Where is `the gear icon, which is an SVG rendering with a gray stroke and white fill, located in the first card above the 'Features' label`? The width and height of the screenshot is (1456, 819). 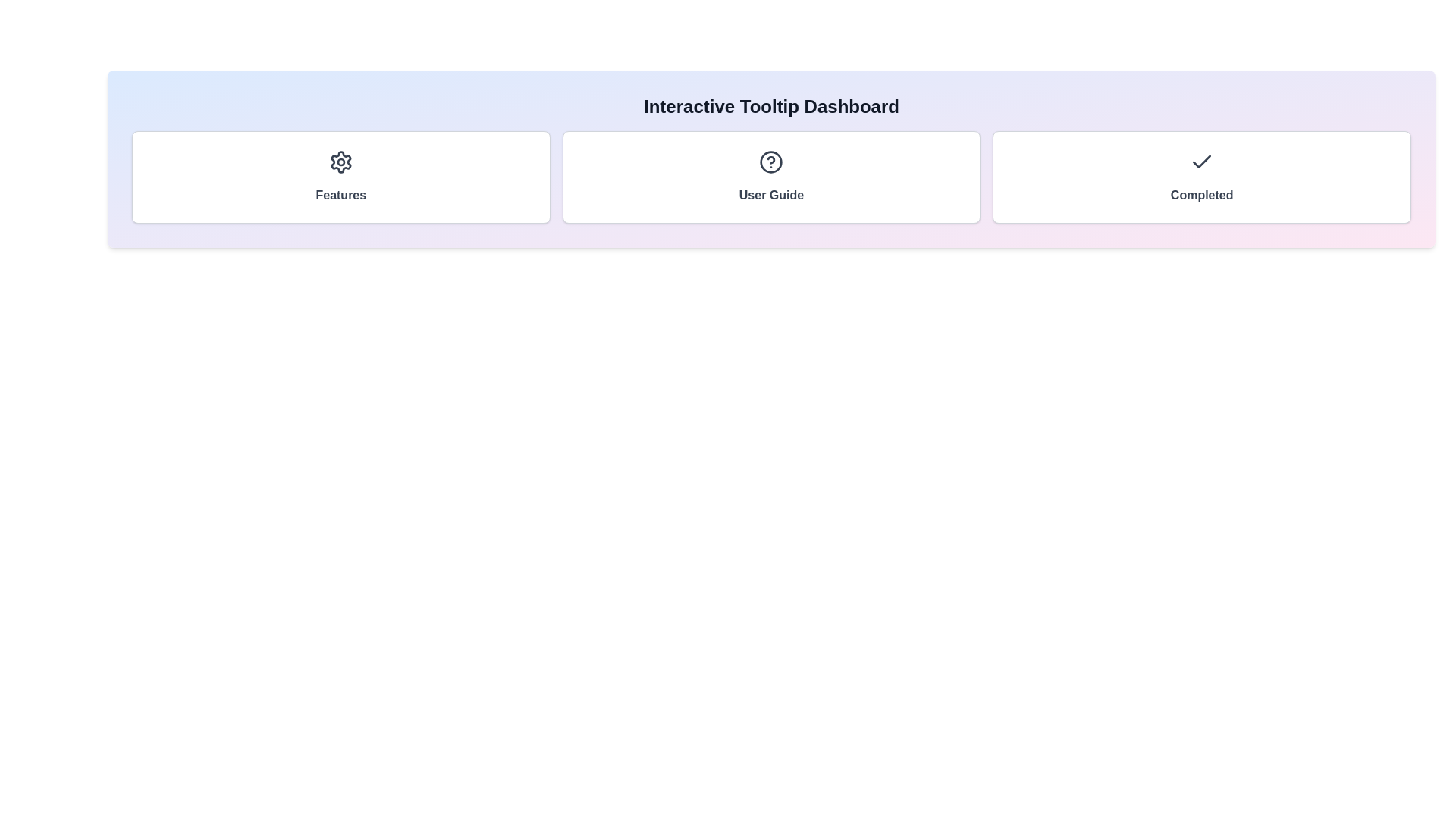 the gear icon, which is an SVG rendering with a gray stroke and white fill, located in the first card above the 'Features' label is located at coordinates (340, 162).